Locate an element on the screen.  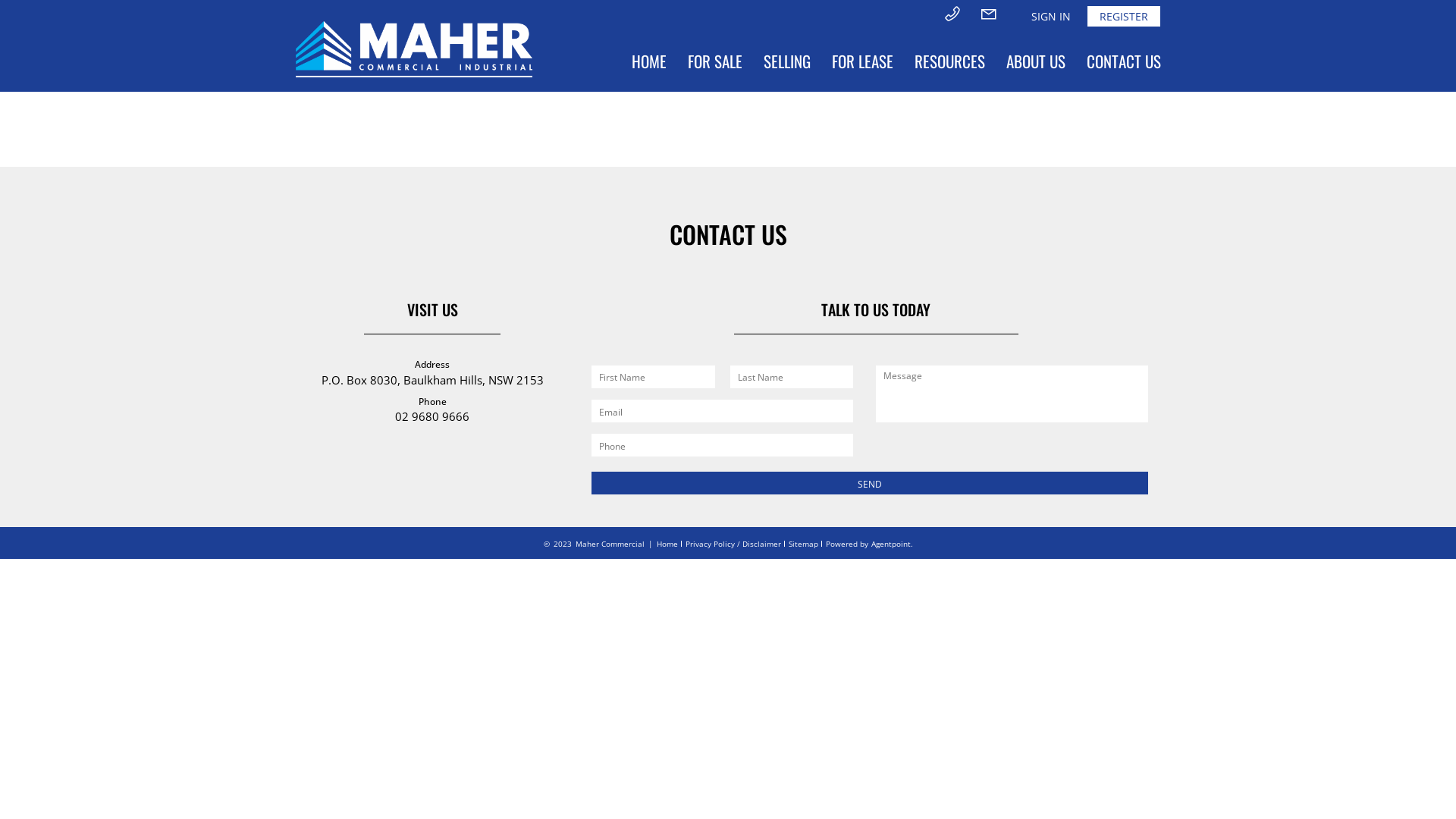
'FOR LEASE' is located at coordinates (821, 61).